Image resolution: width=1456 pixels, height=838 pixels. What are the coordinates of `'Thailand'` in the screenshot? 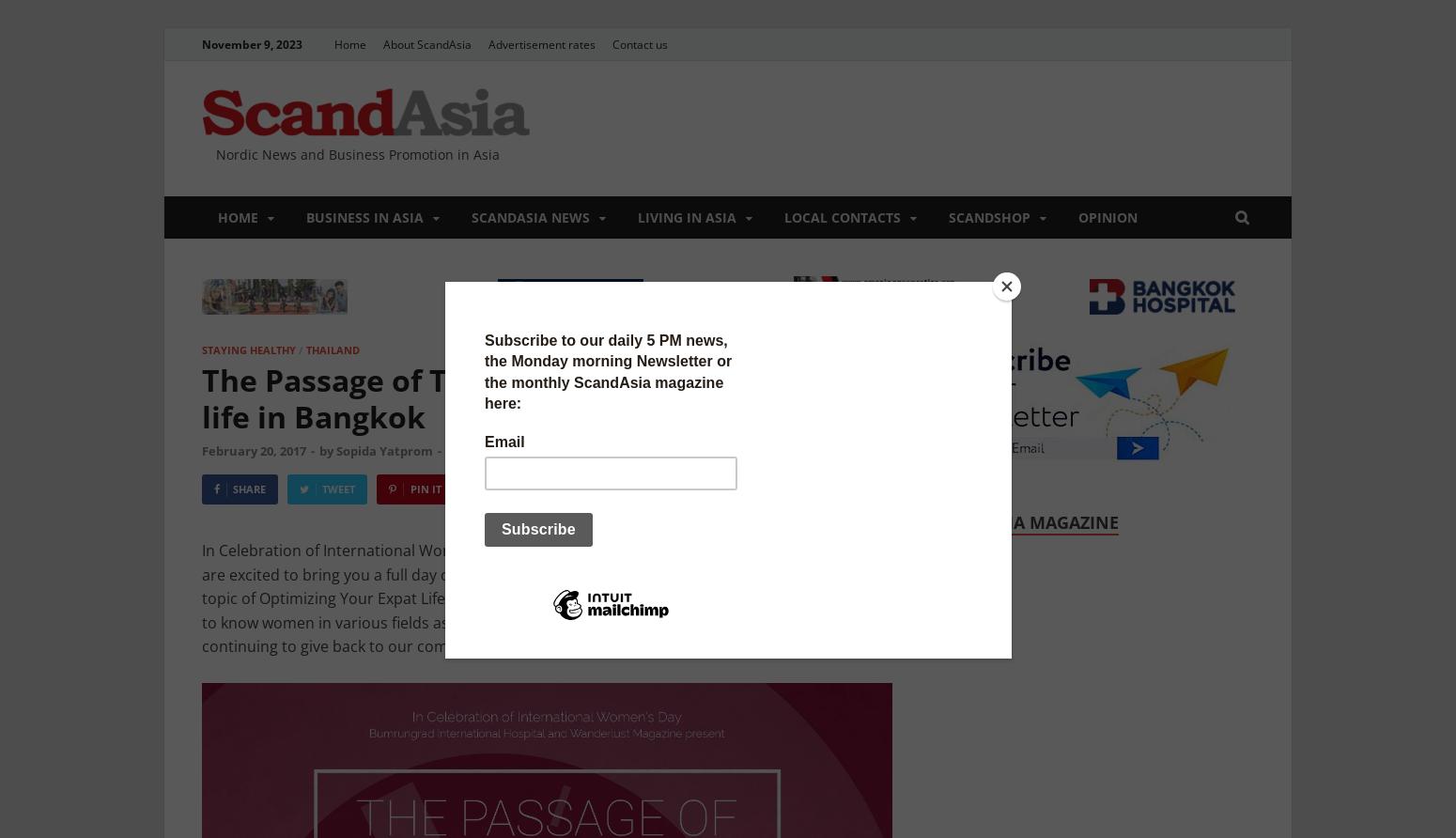 It's located at (332, 348).